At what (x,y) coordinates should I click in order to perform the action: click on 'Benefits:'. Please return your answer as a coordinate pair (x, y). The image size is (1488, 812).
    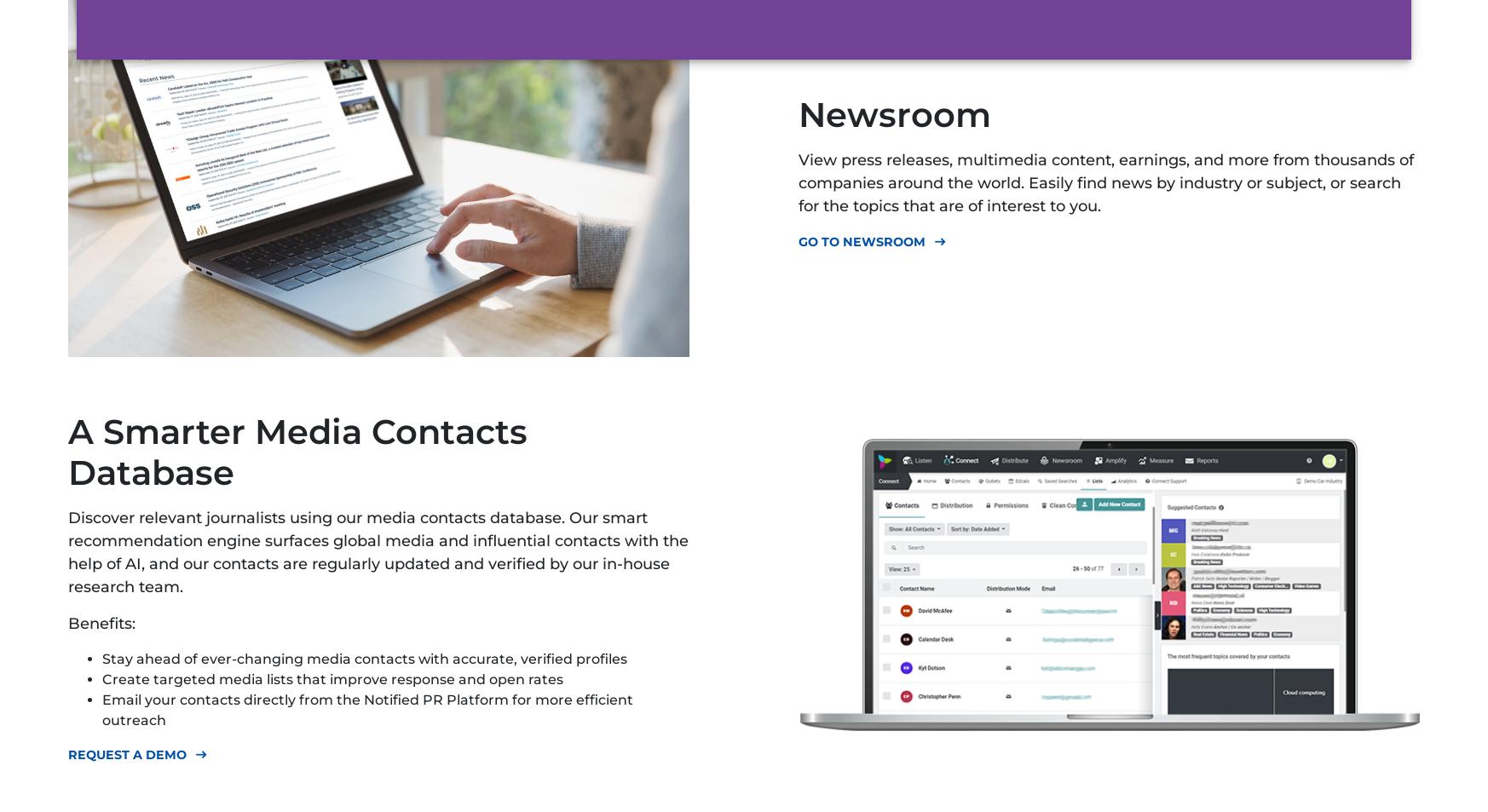
    Looking at the image, I should click on (66, 623).